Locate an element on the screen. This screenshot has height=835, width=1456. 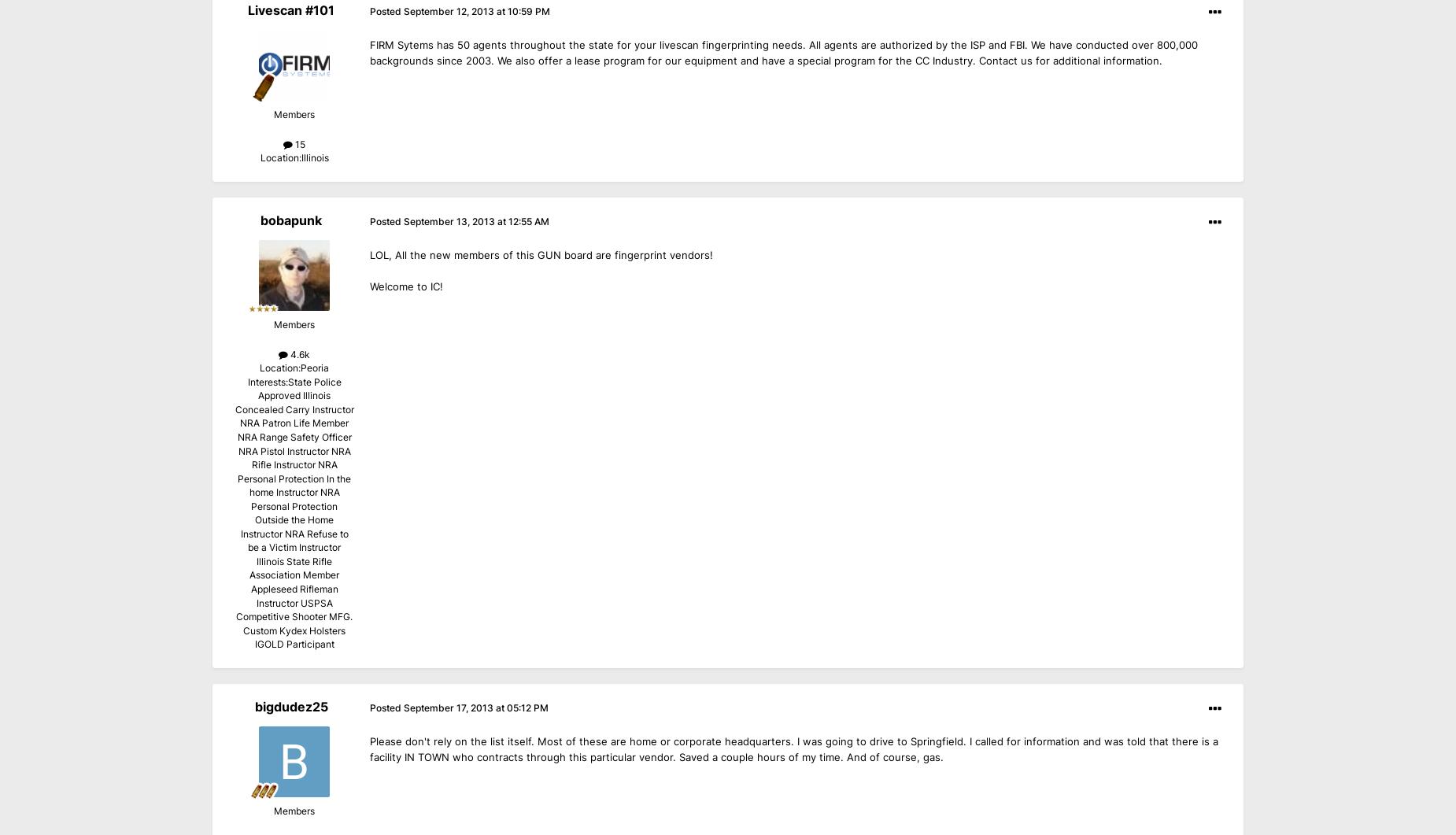
'bigdudez25' is located at coordinates (290, 704).